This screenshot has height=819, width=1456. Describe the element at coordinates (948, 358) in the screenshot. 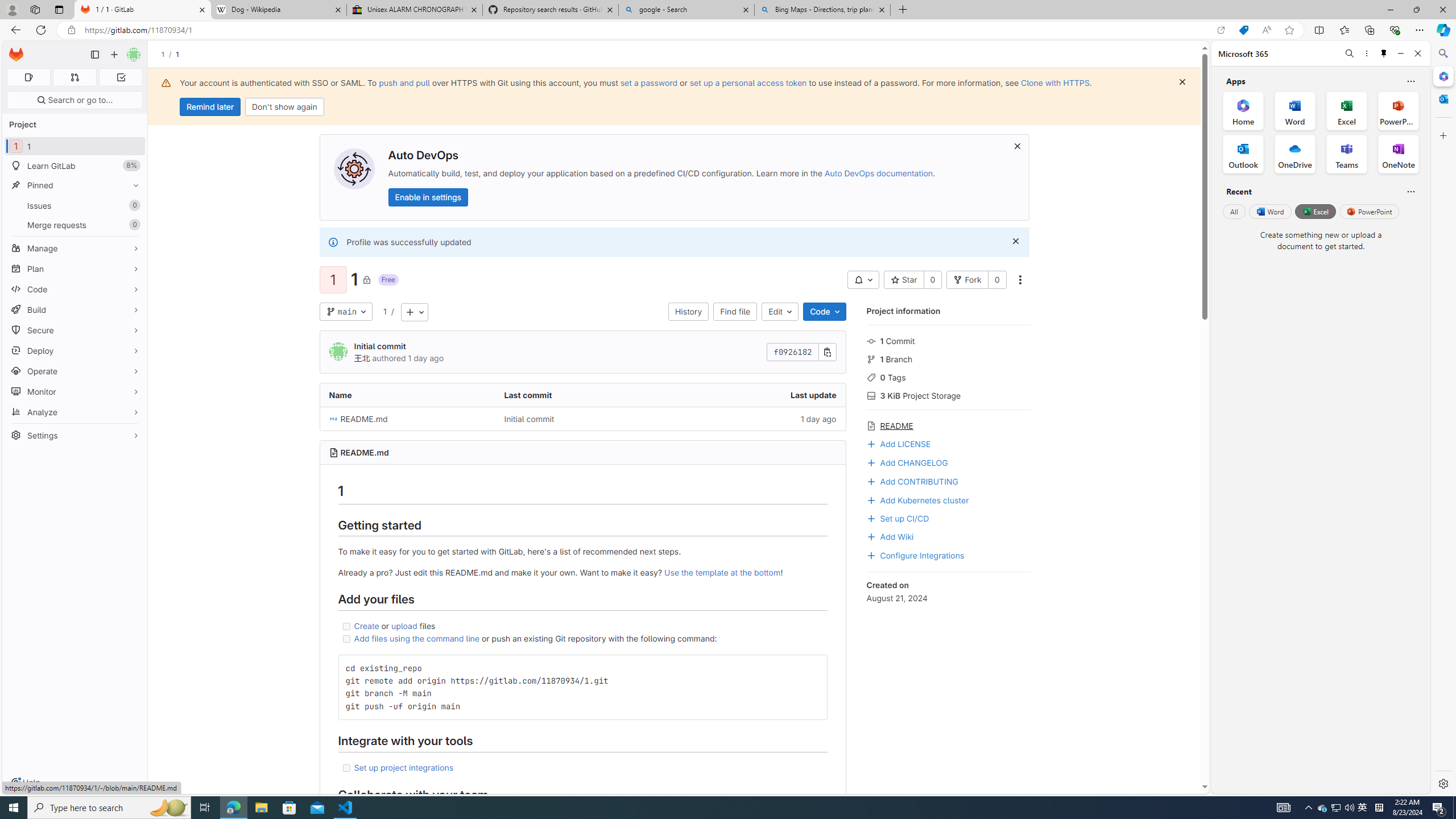

I see `'1 Branch'` at that location.